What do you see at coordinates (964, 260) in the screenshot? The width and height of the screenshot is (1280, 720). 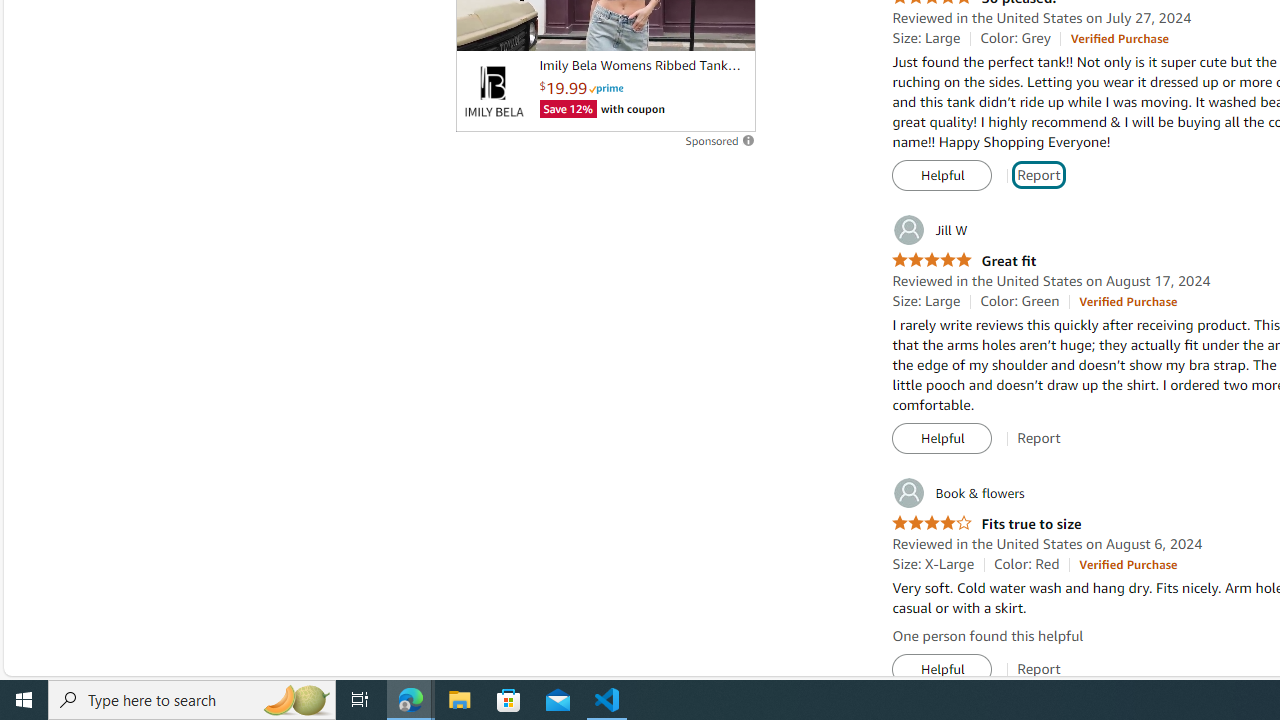 I see `'5.0 out of 5 stars Great fit'` at bounding box center [964, 260].